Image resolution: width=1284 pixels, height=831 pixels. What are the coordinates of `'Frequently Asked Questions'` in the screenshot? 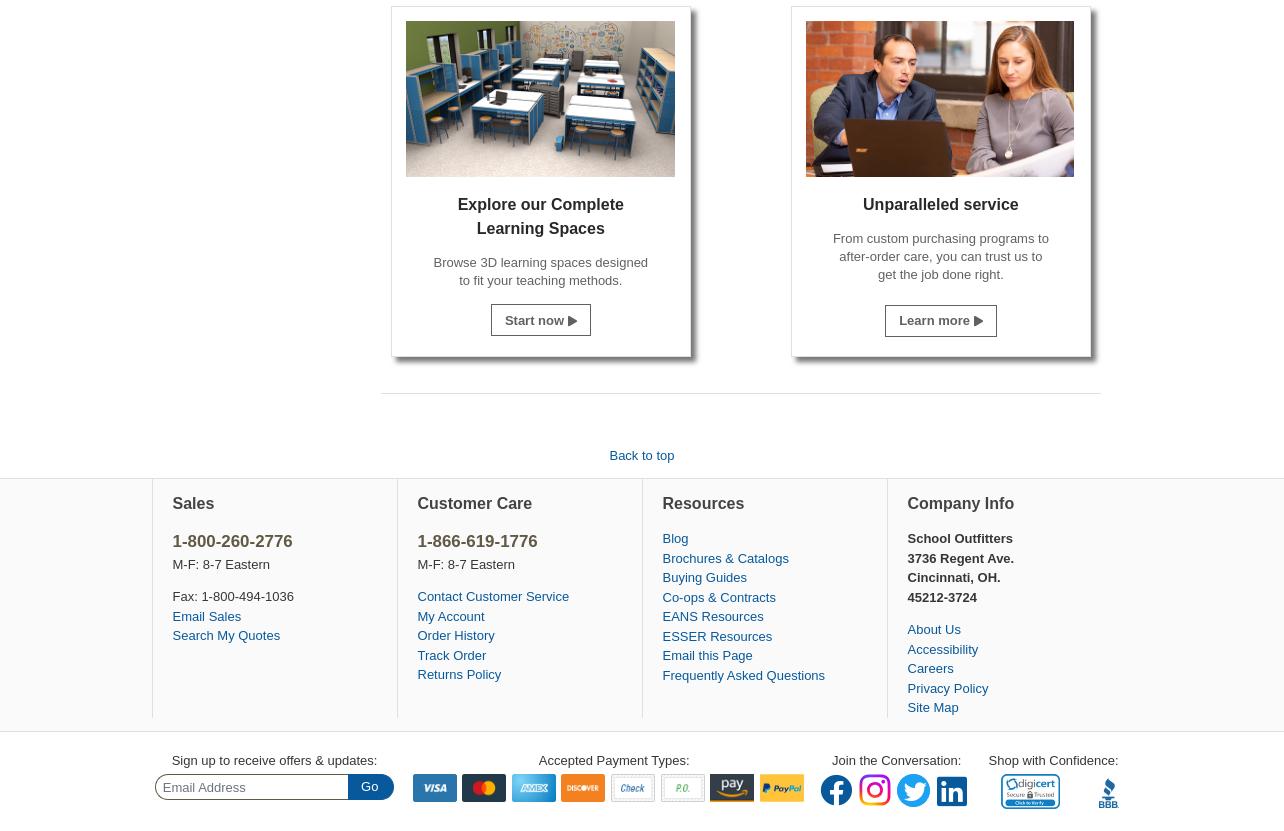 It's located at (662, 674).